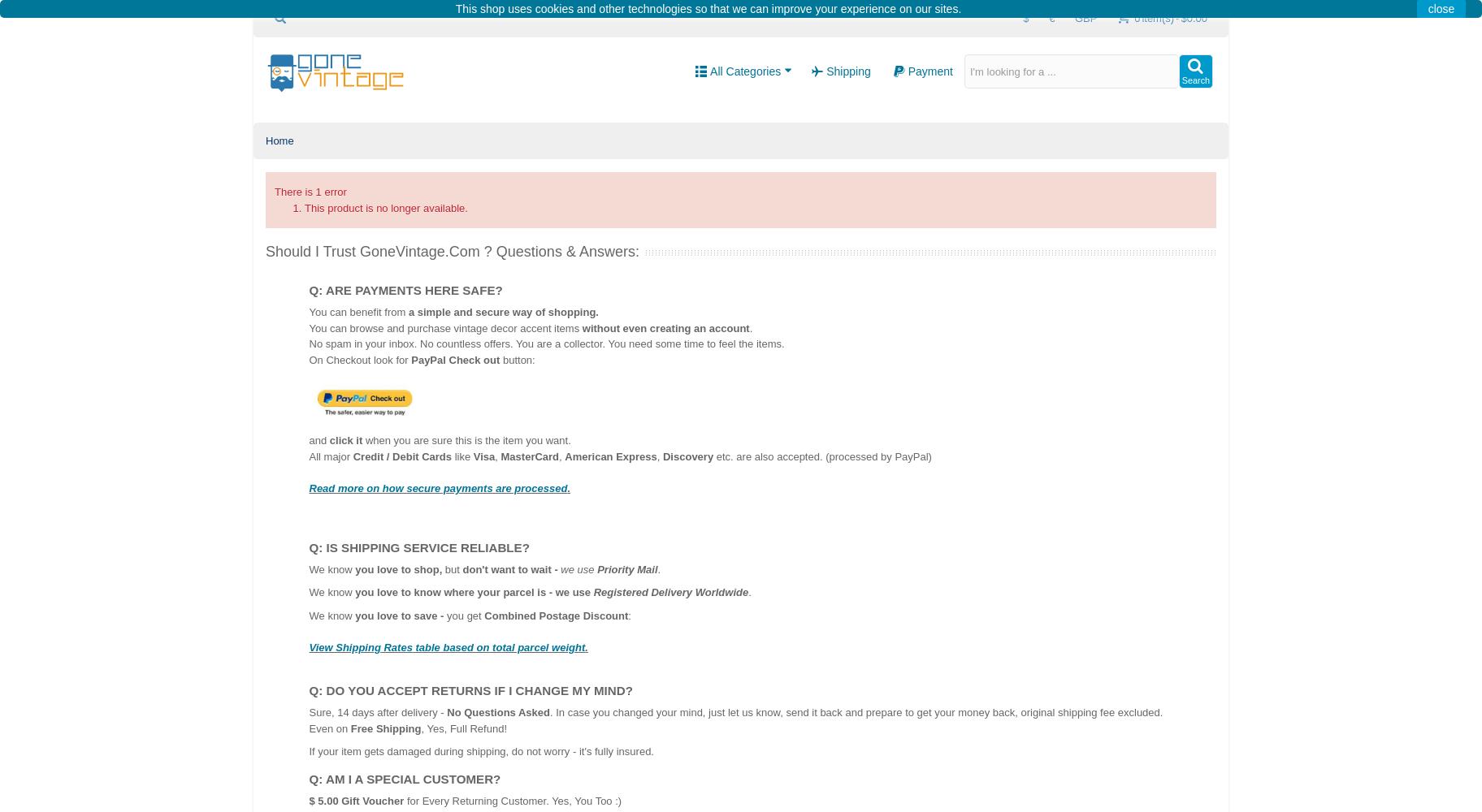 Image resolution: width=1482 pixels, height=812 pixels. Describe the element at coordinates (462, 728) in the screenshot. I see `', Yes, Full Refund!'` at that location.